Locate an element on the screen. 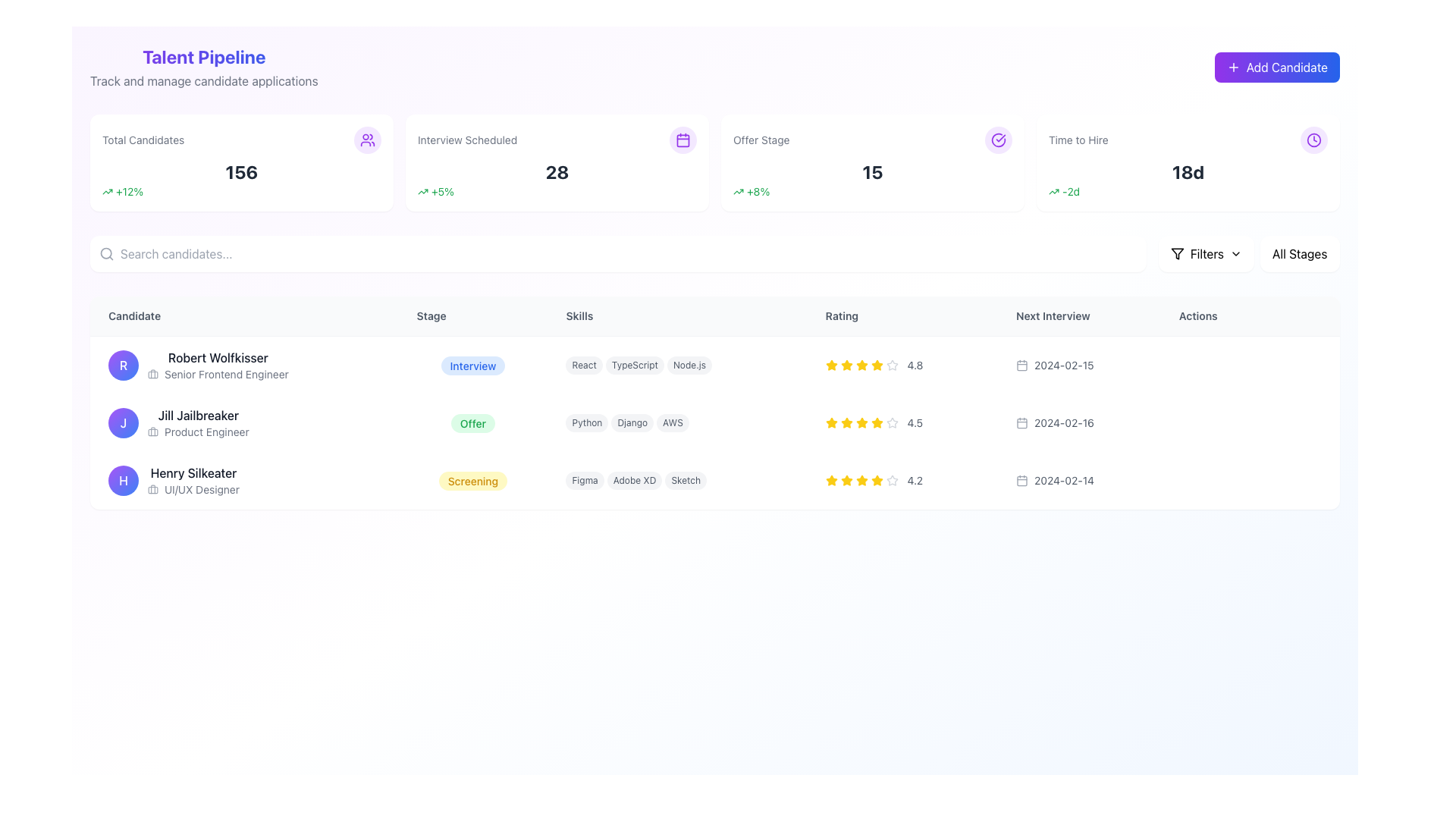 This screenshot has height=819, width=1456. the Text label displaying '28' in bold, large dark gray font, located in the second card under the title 'Interview Scheduled' is located at coordinates (556, 171).